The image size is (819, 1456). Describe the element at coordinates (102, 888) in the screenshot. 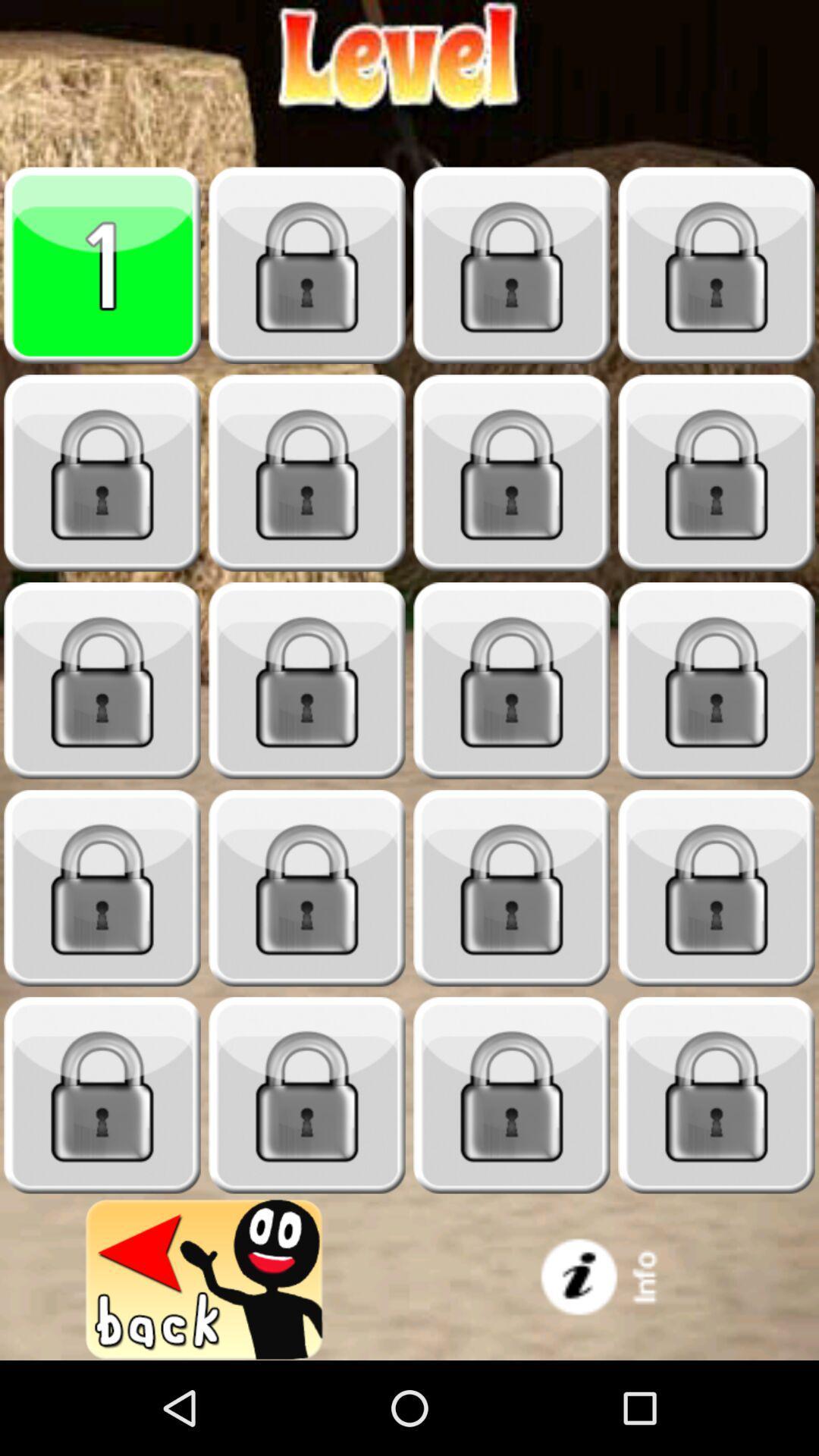

I see `locked level` at that location.